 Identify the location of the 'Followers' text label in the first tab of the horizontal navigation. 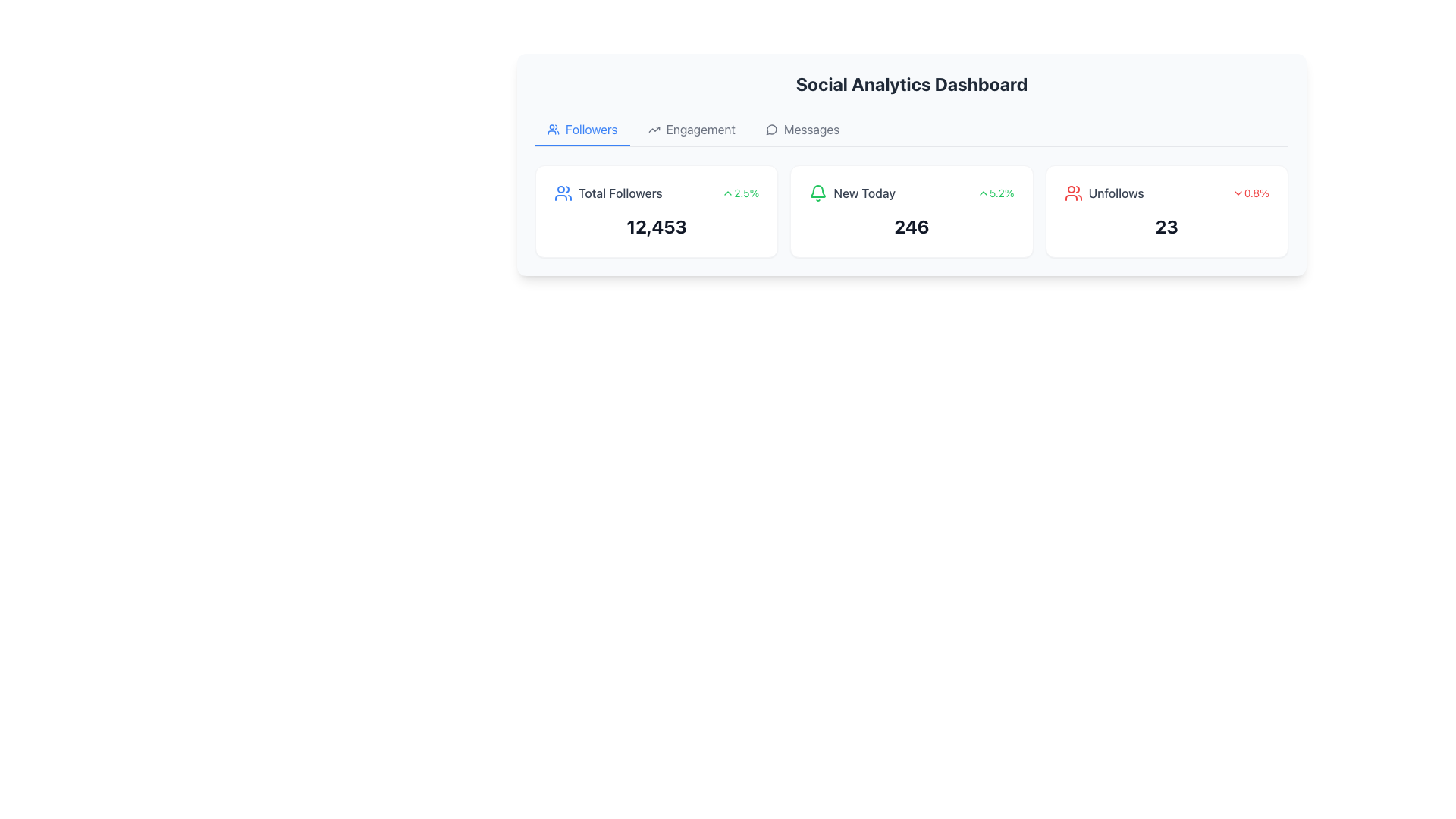
(591, 128).